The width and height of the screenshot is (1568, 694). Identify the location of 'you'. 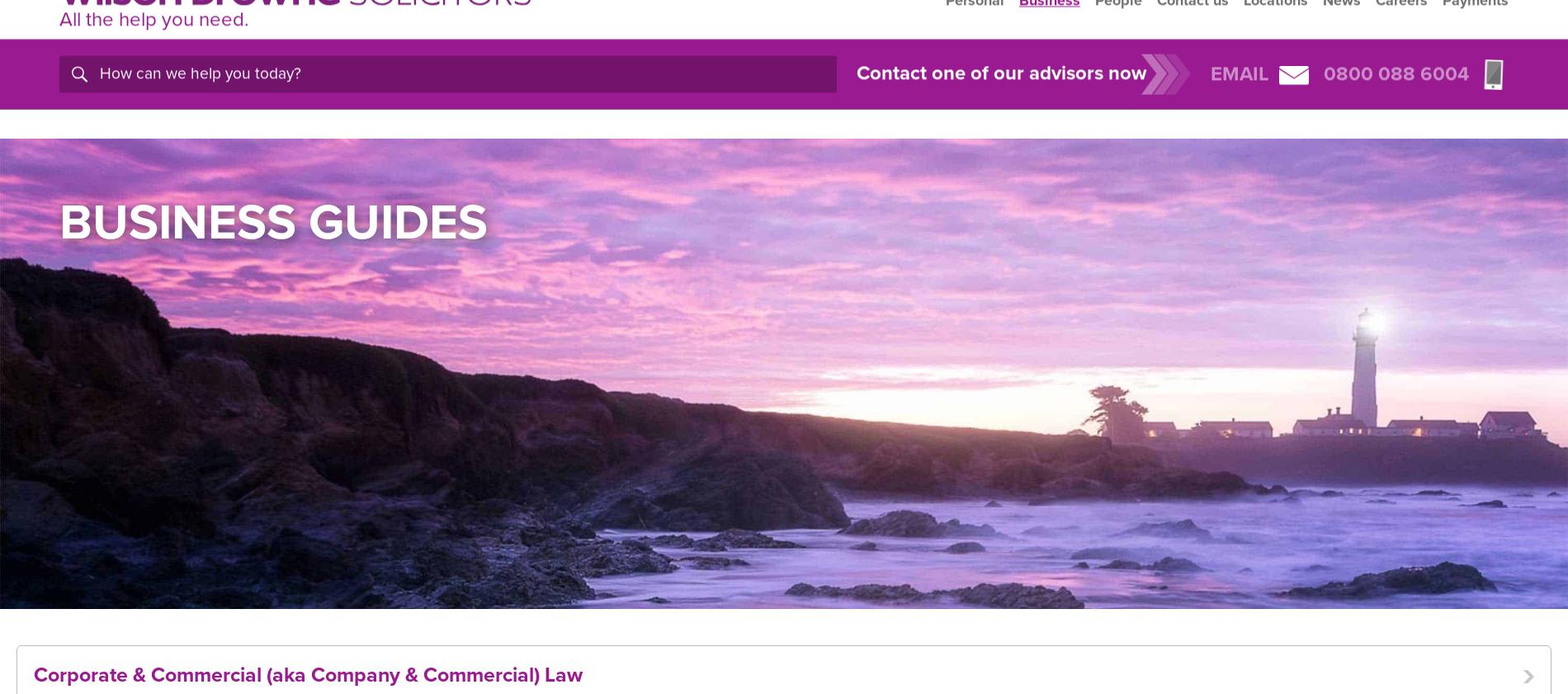
(162, 56).